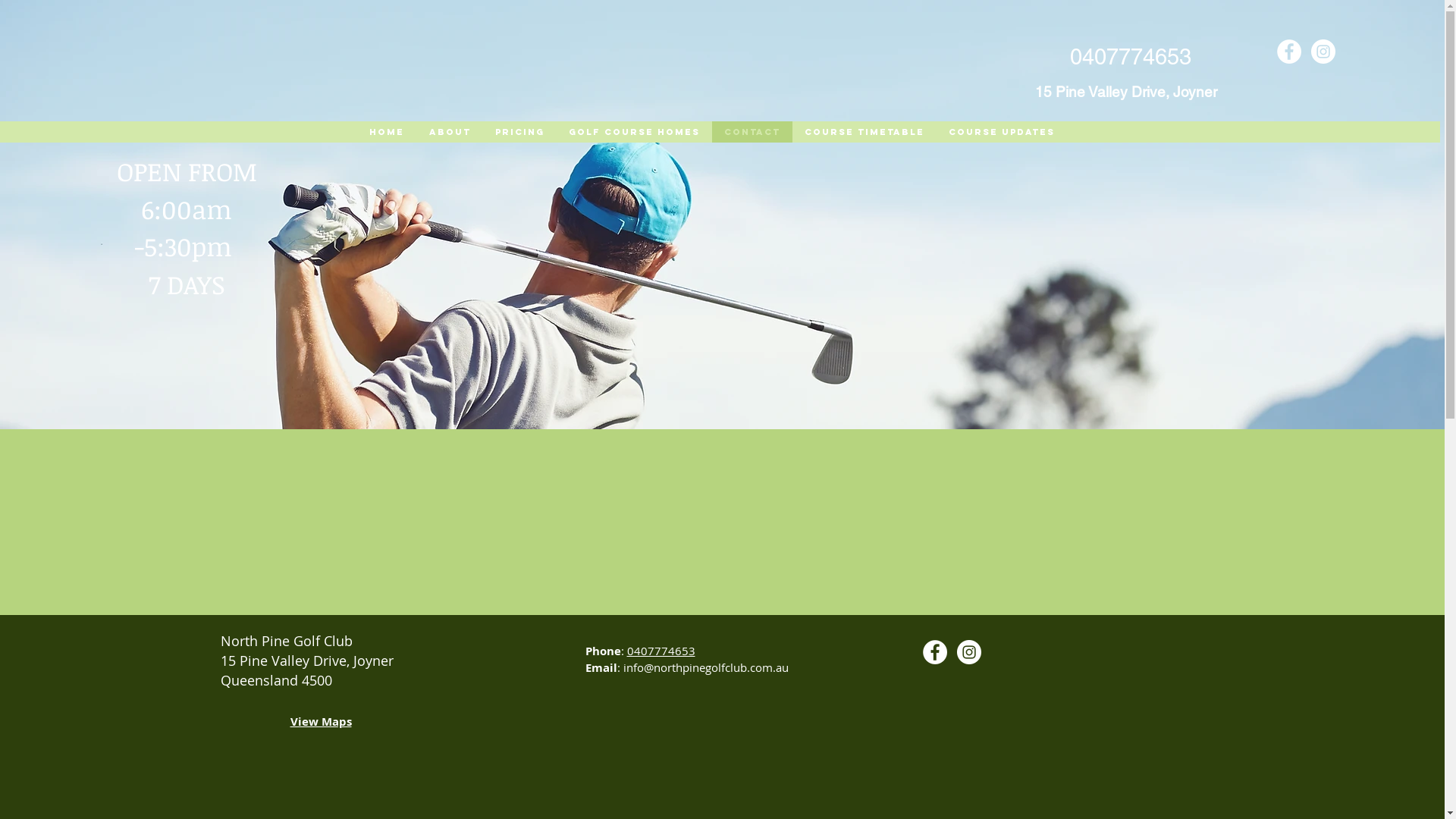 The width and height of the screenshot is (1456, 819). I want to click on 'Golf Course Homes', so click(634, 130).